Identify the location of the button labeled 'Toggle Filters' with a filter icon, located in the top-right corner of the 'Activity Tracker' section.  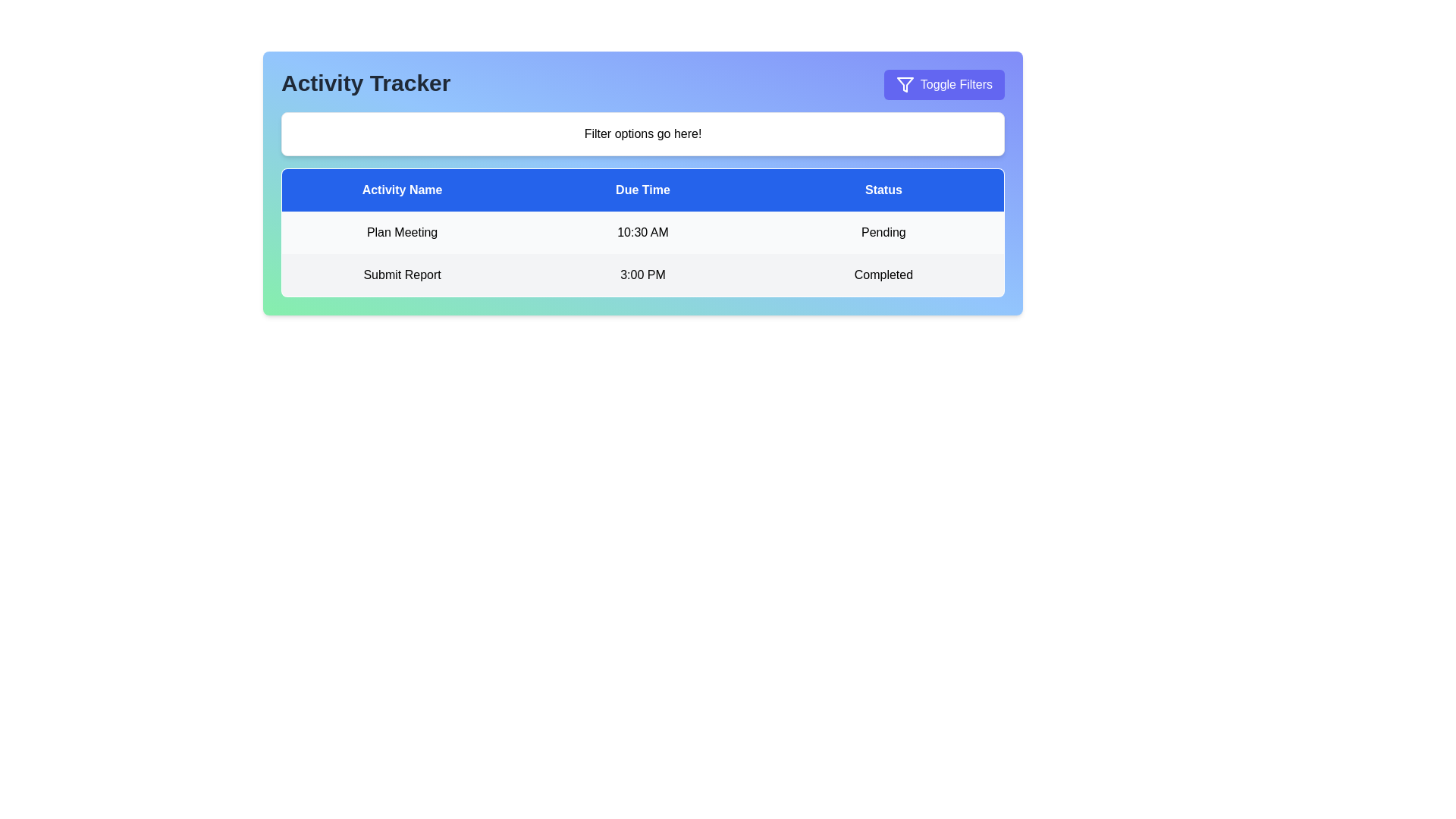
(943, 84).